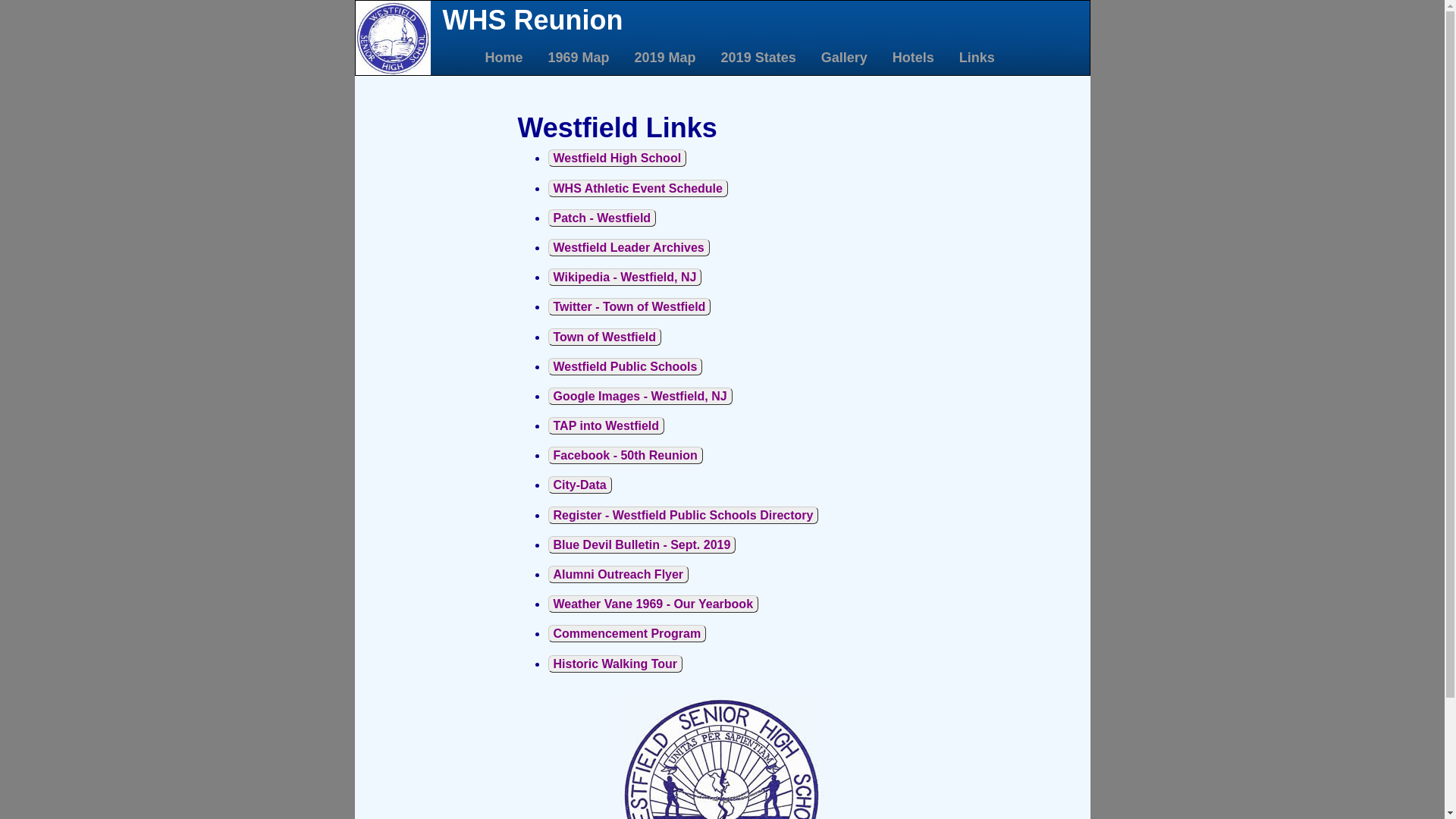 The width and height of the screenshot is (1456, 819). What do you see at coordinates (615, 663) in the screenshot?
I see `'Historic Walking Tour'` at bounding box center [615, 663].